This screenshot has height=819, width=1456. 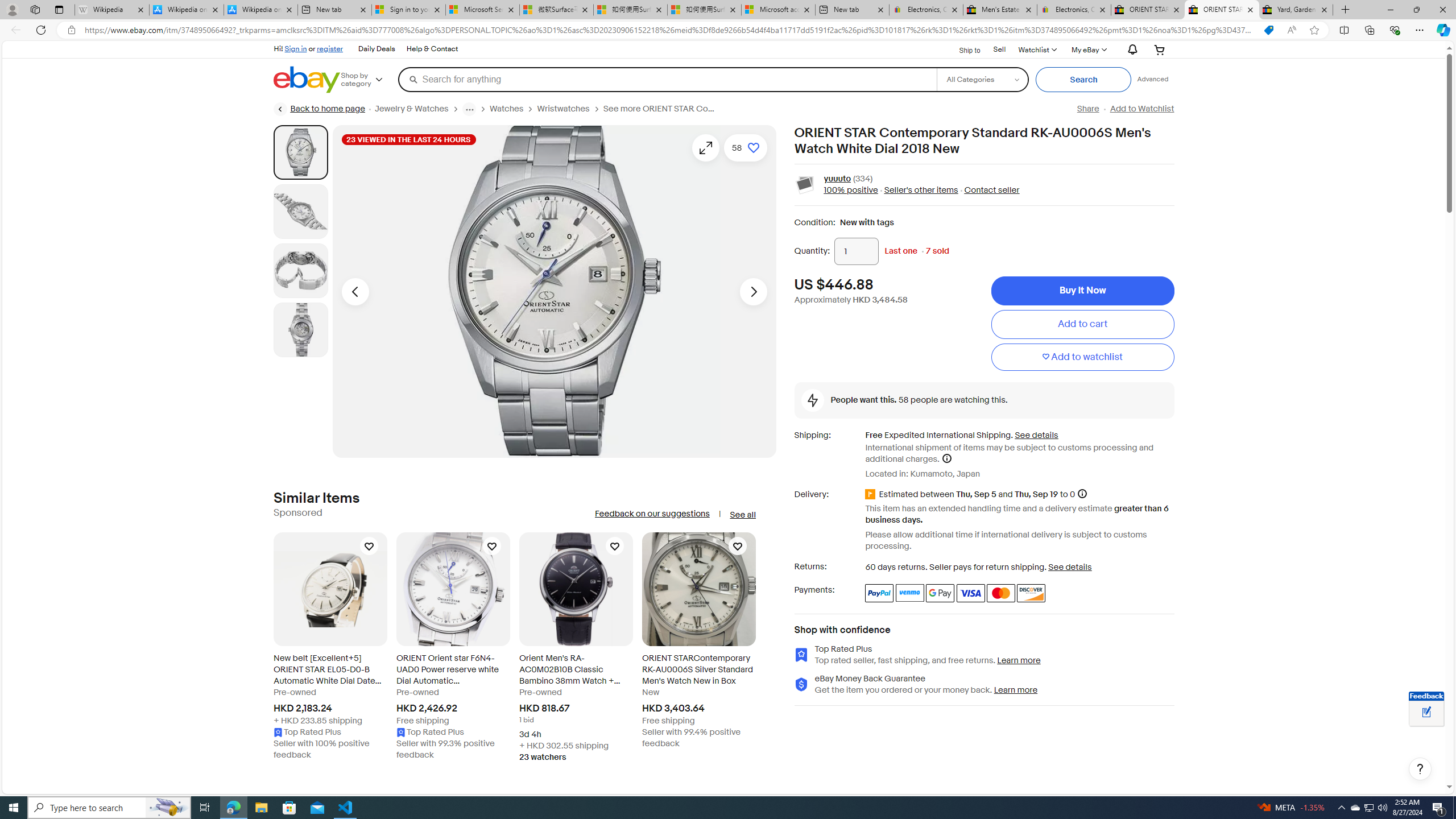 What do you see at coordinates (1141, 109) in the screenshot?
I see `'Add to Watchlist'` at bounding box center [1141, 109].